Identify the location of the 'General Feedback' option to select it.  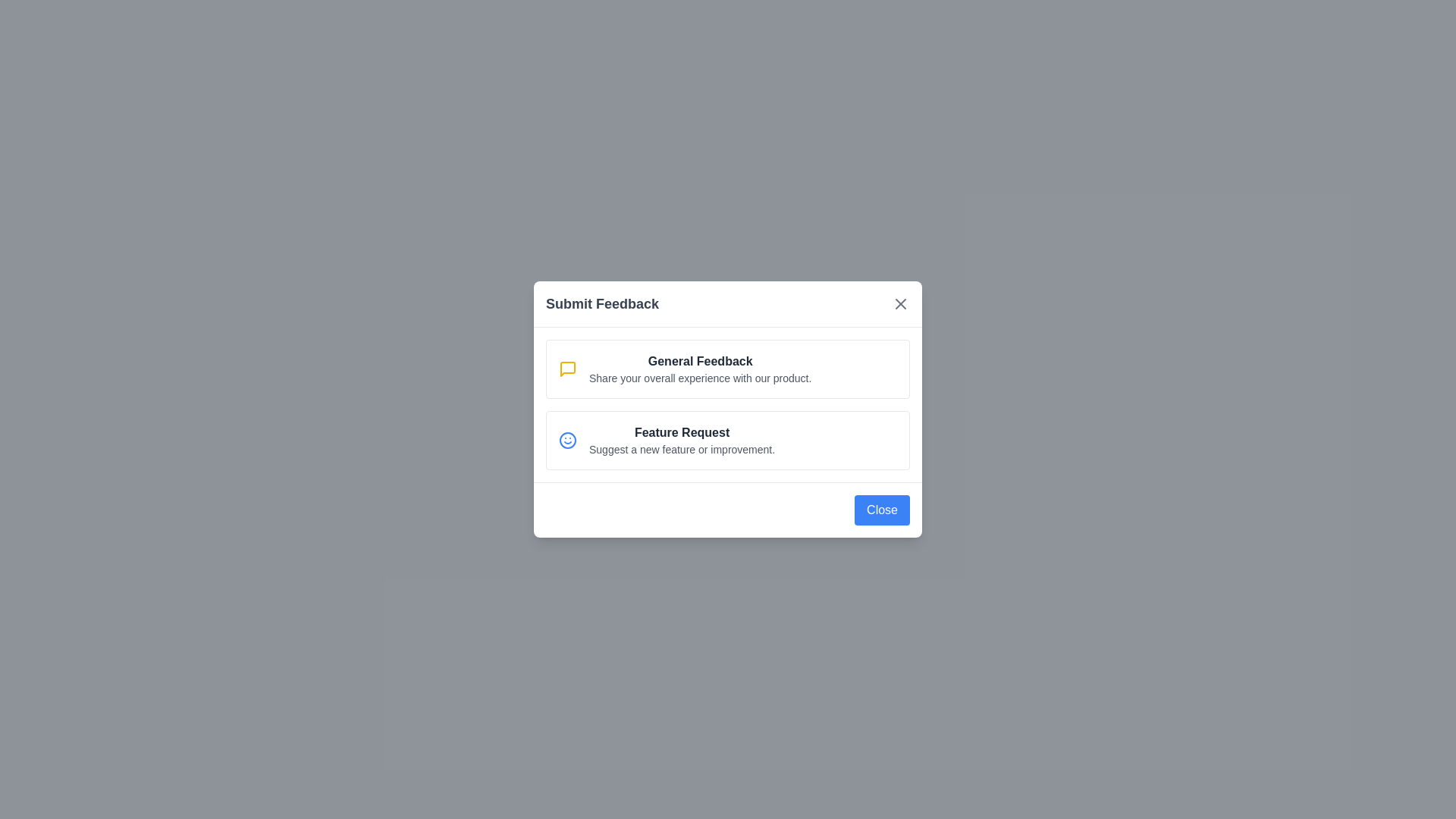
(728, 369).